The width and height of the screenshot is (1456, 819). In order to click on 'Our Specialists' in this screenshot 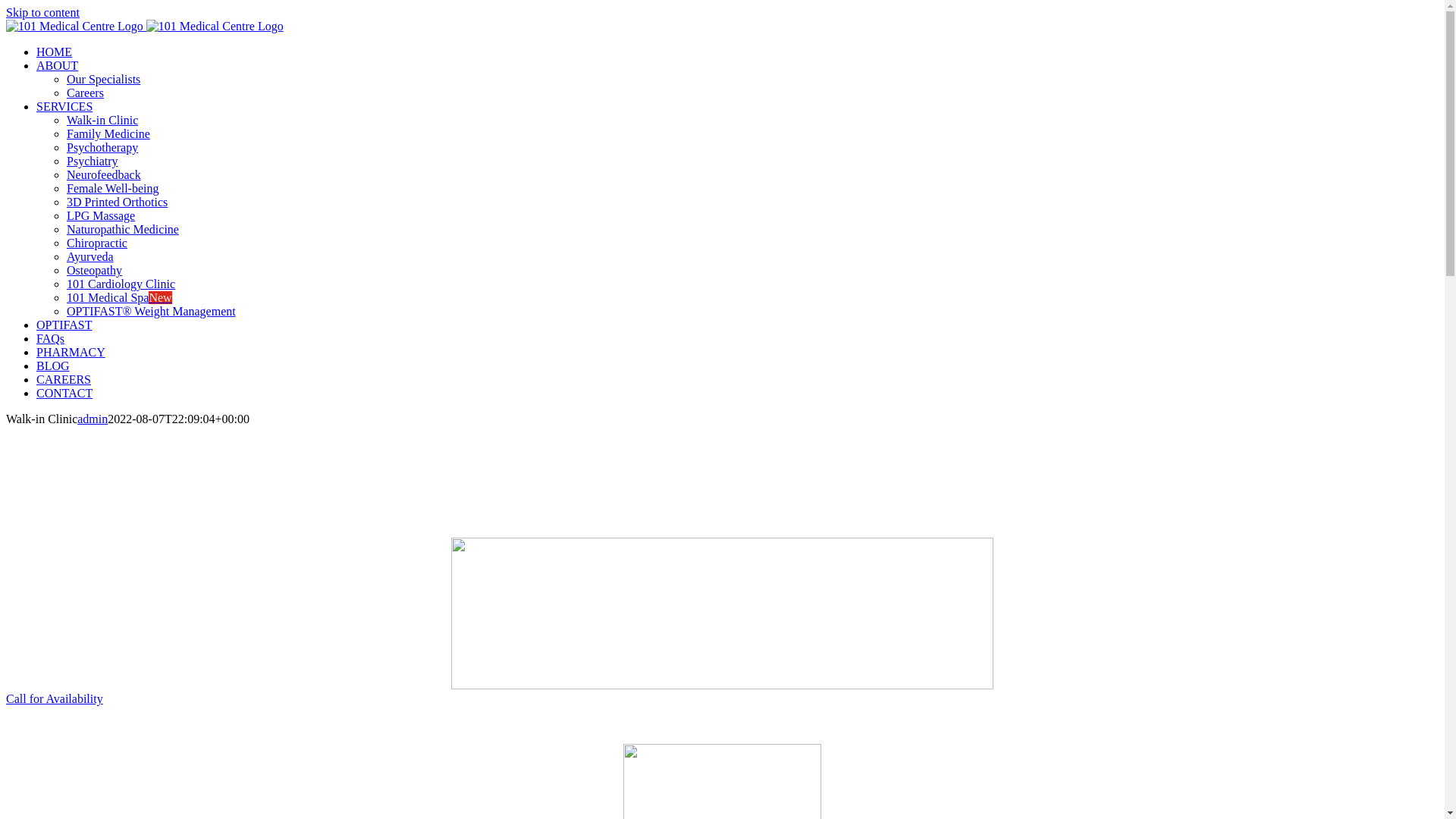, I will do `click(102, 79)`.